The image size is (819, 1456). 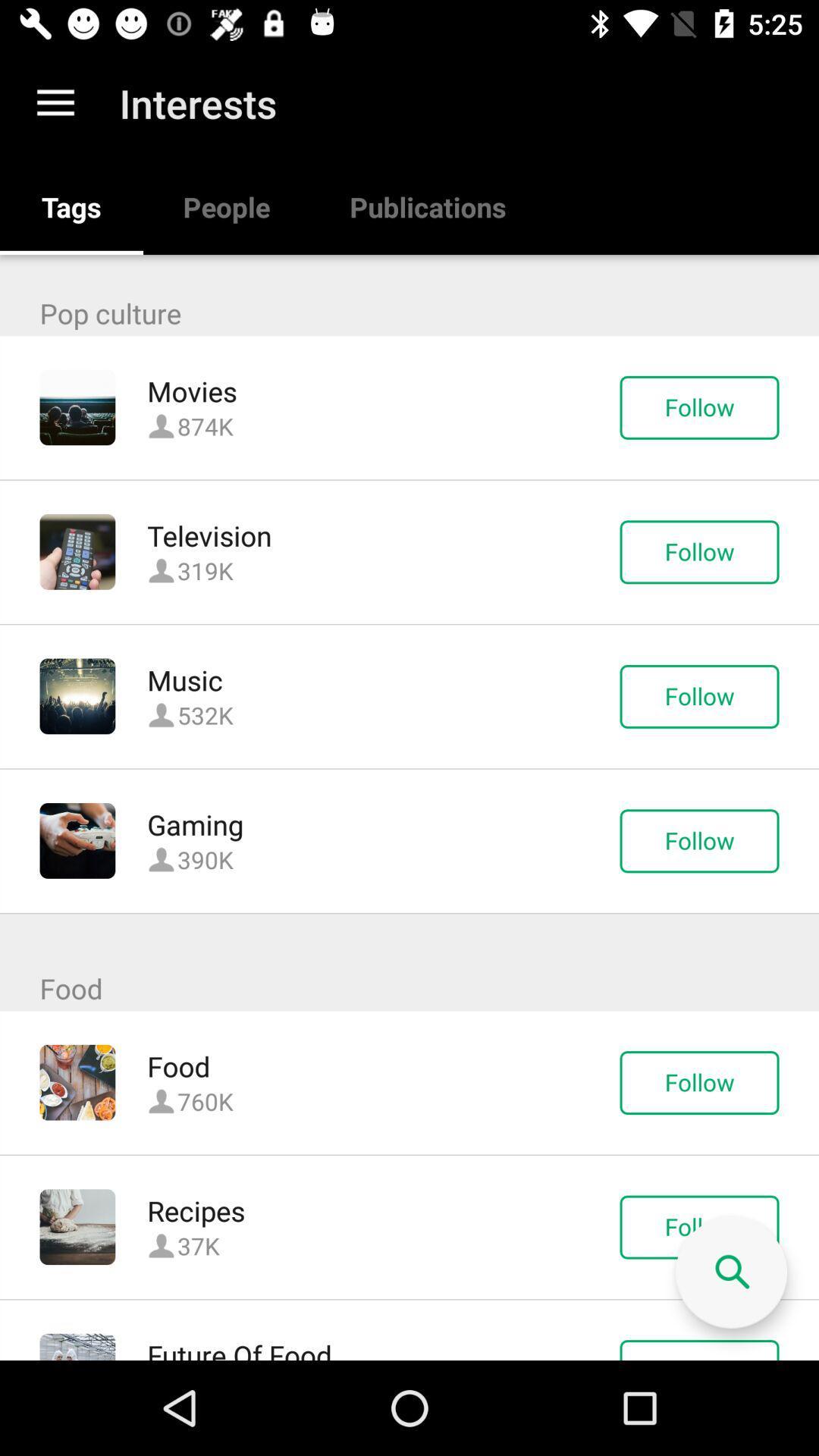 What do you see at coordinates (55, 102) in the screenshot?
I see `the app next to the interests app` at bounding box center [55, 102].